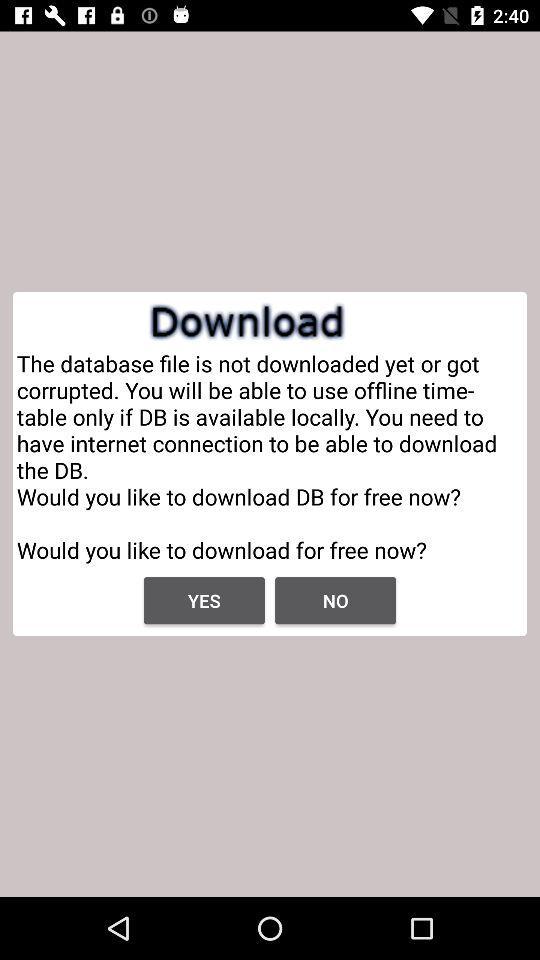  I want to click on the app below the the database file app, so click(203, 600).